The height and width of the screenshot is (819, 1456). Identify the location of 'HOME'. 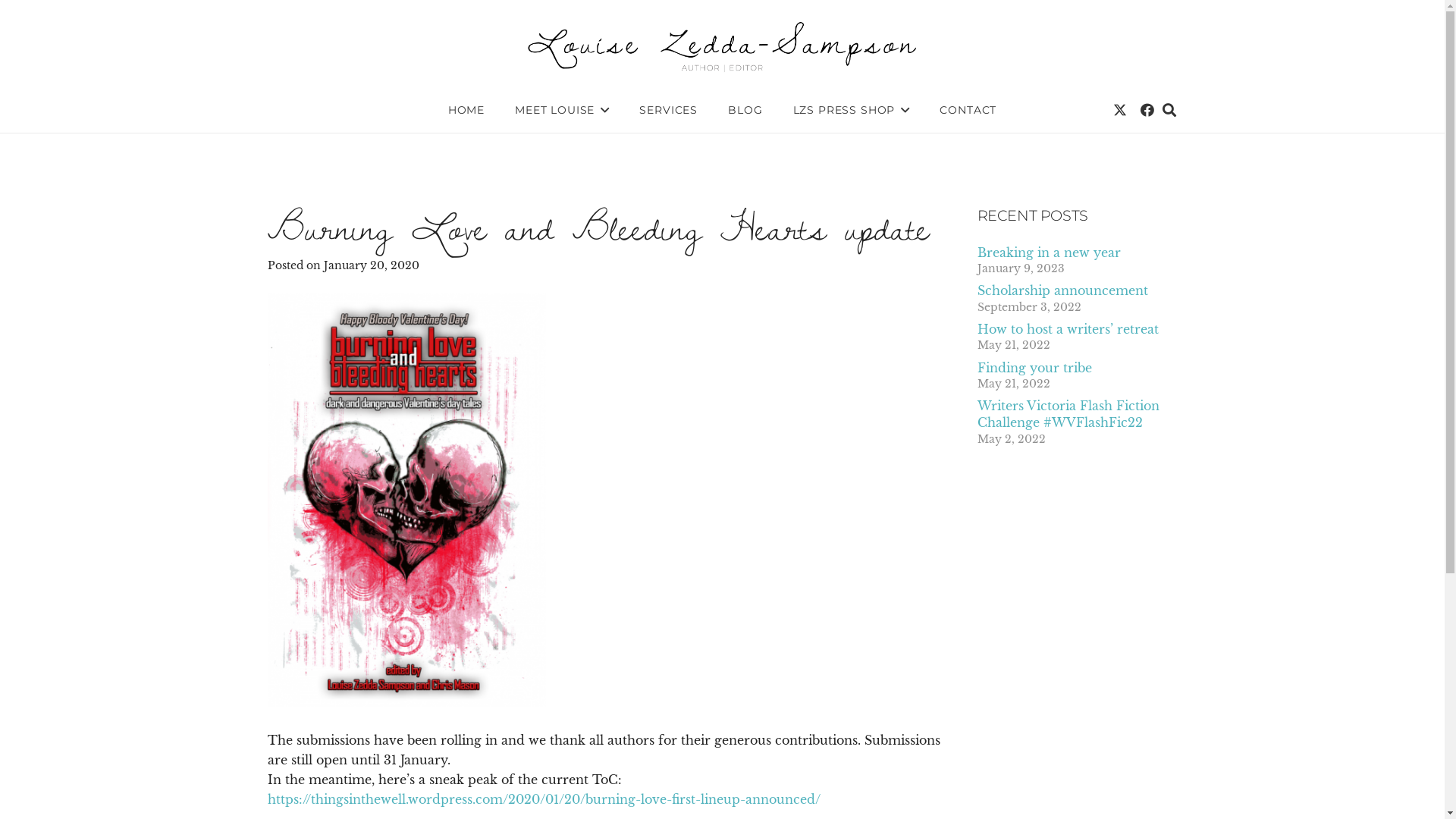
(465, 109).